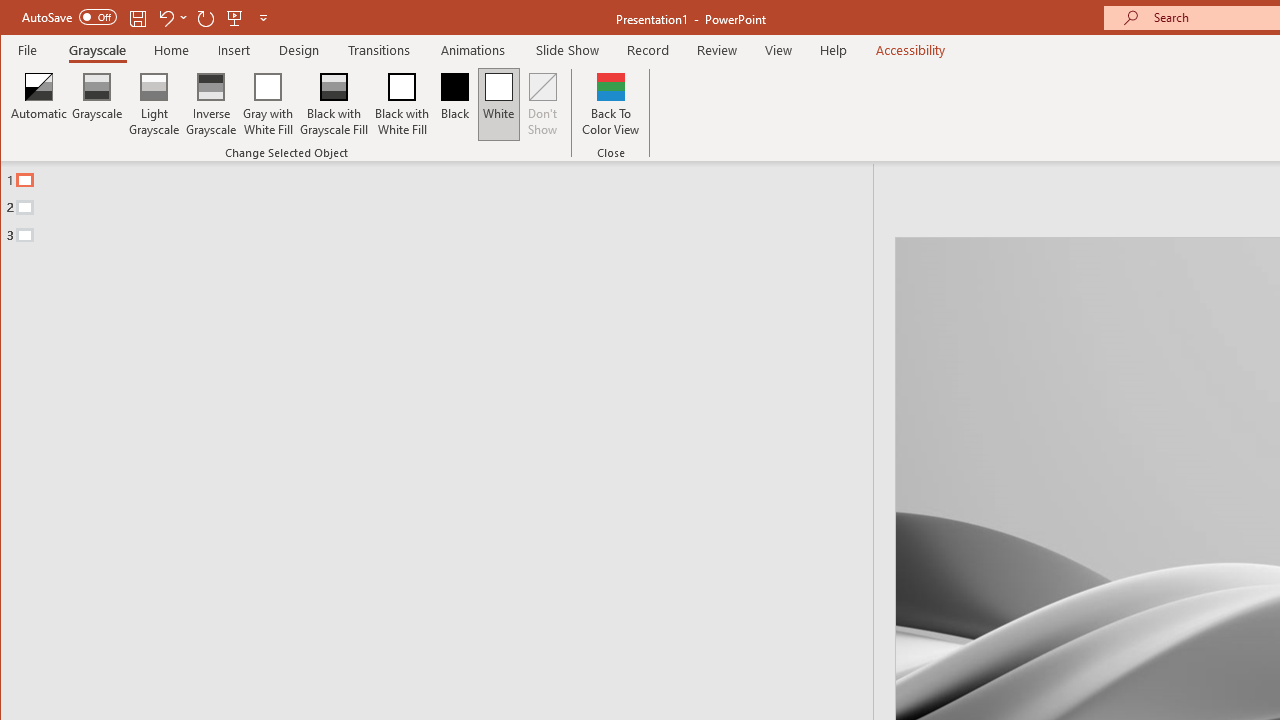 Image resolution: width=1280 pixels, height=720 pixels. I want to click on 'Gray with White Fill', so click(267, 104).